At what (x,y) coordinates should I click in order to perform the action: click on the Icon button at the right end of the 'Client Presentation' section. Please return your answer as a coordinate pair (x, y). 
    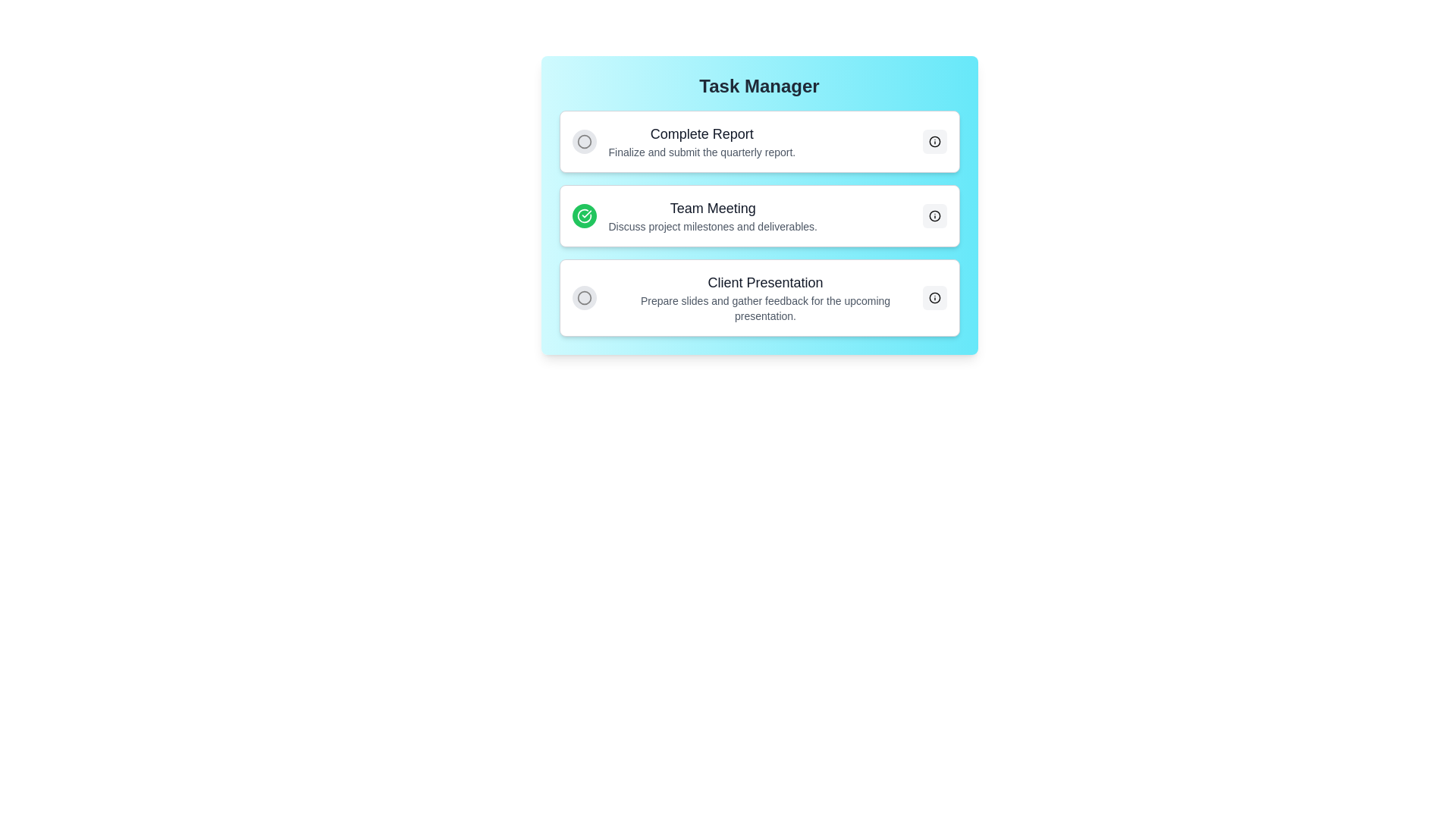
    Looking at the image, I should click on (934, 298).